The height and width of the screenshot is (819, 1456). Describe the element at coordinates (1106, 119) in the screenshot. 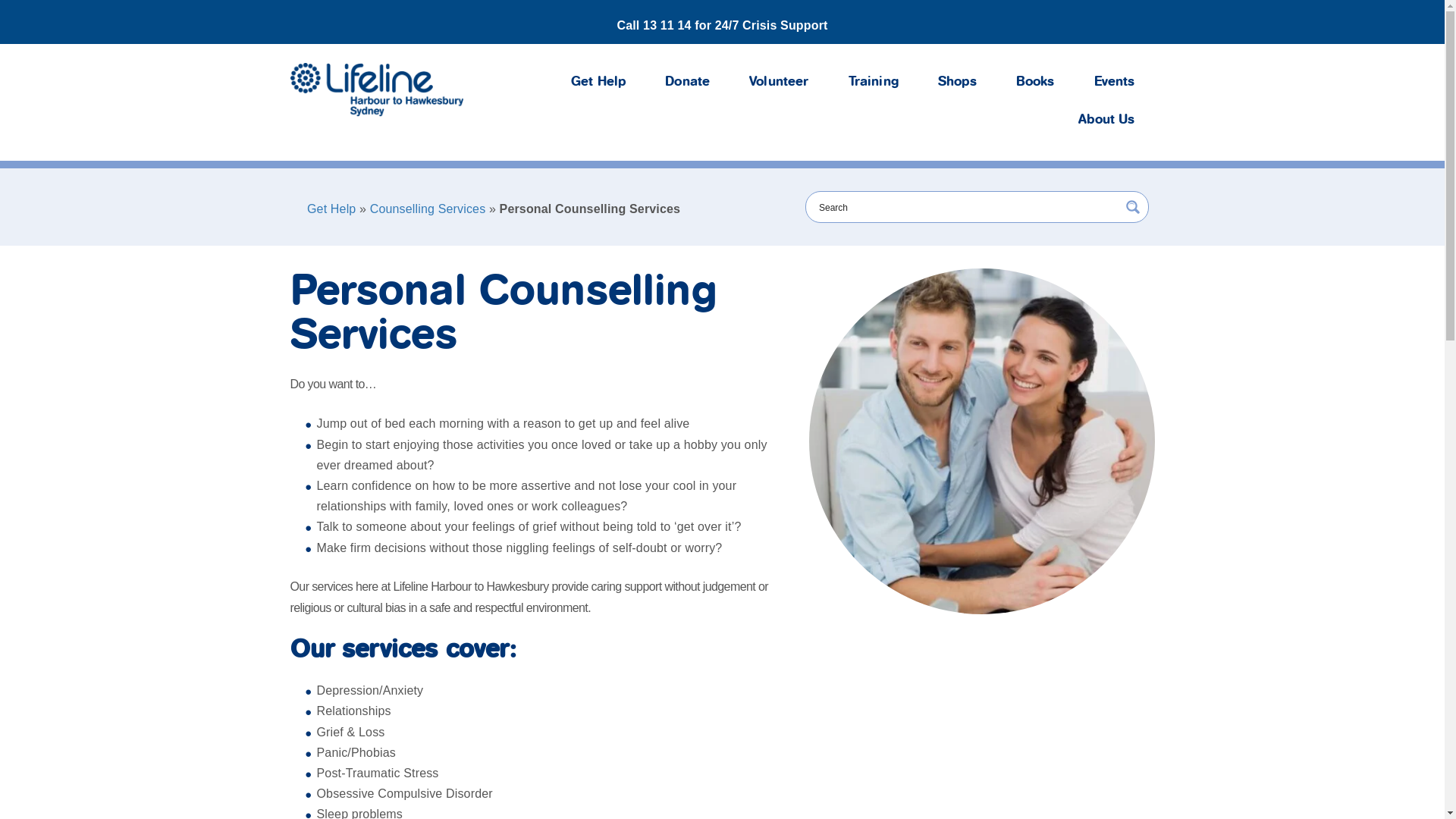

I see `'About Us'` at that location.